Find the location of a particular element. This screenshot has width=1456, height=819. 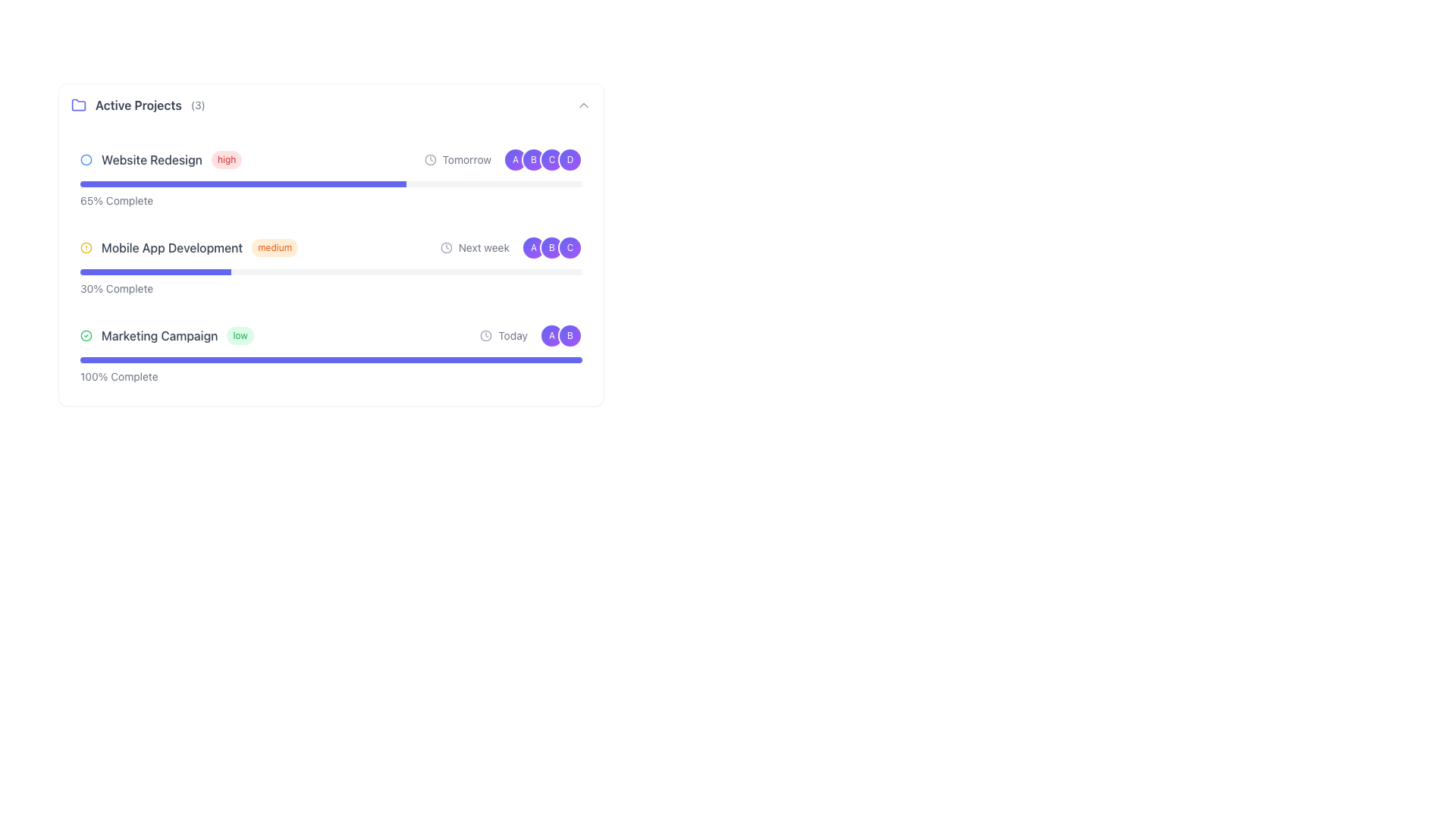

the clock icon that indicates a time-related attribute associated with the 'Today' label, positioned to the left of the 'Today' text in the Marketing Campaign list item is located at coordinates (486, 335).